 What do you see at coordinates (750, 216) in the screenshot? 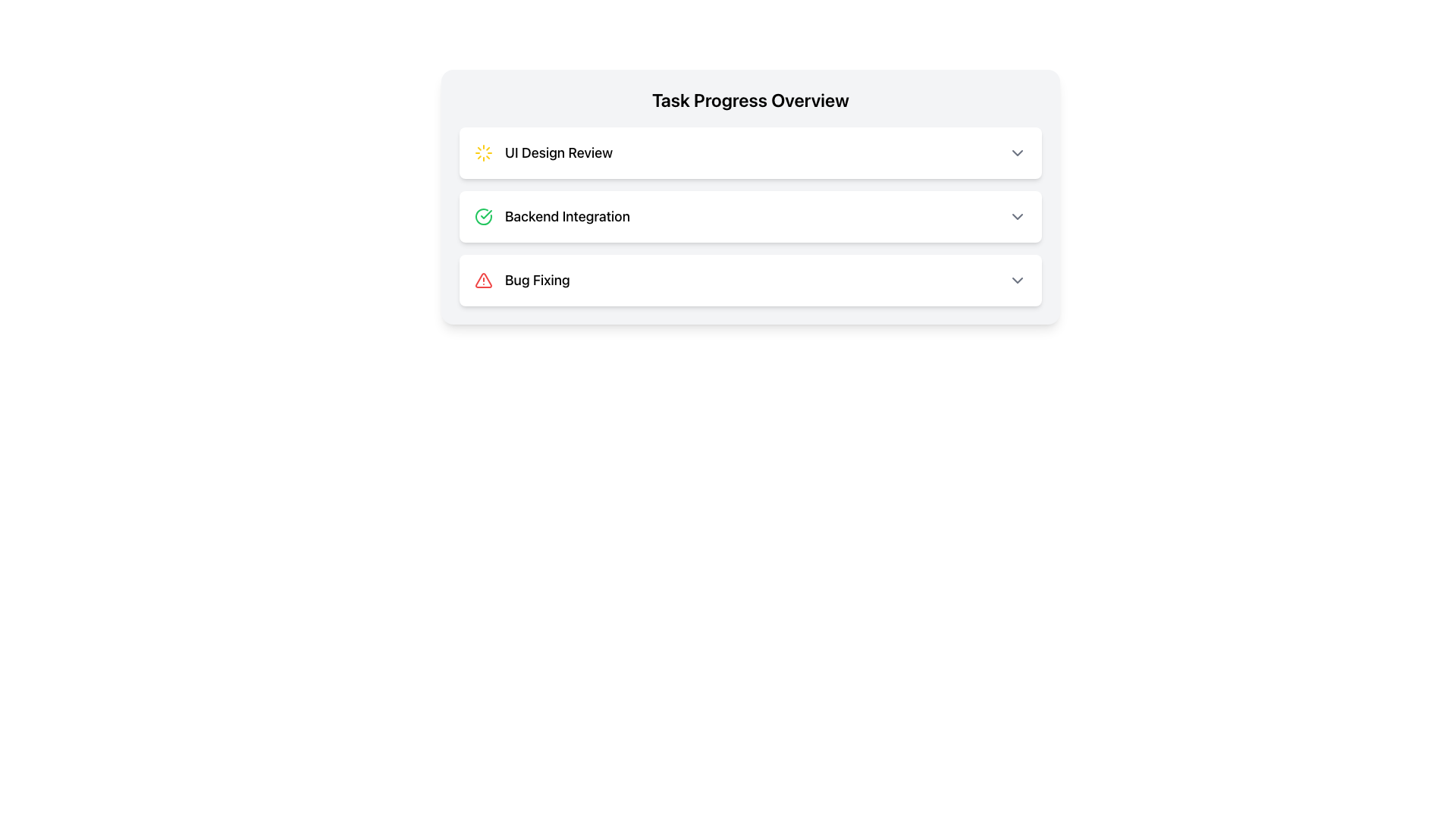
I see `the second collapsible task item titled 'Backend Integration' under the 'Task Progress Overview' section` at bounding box center [750, 216].